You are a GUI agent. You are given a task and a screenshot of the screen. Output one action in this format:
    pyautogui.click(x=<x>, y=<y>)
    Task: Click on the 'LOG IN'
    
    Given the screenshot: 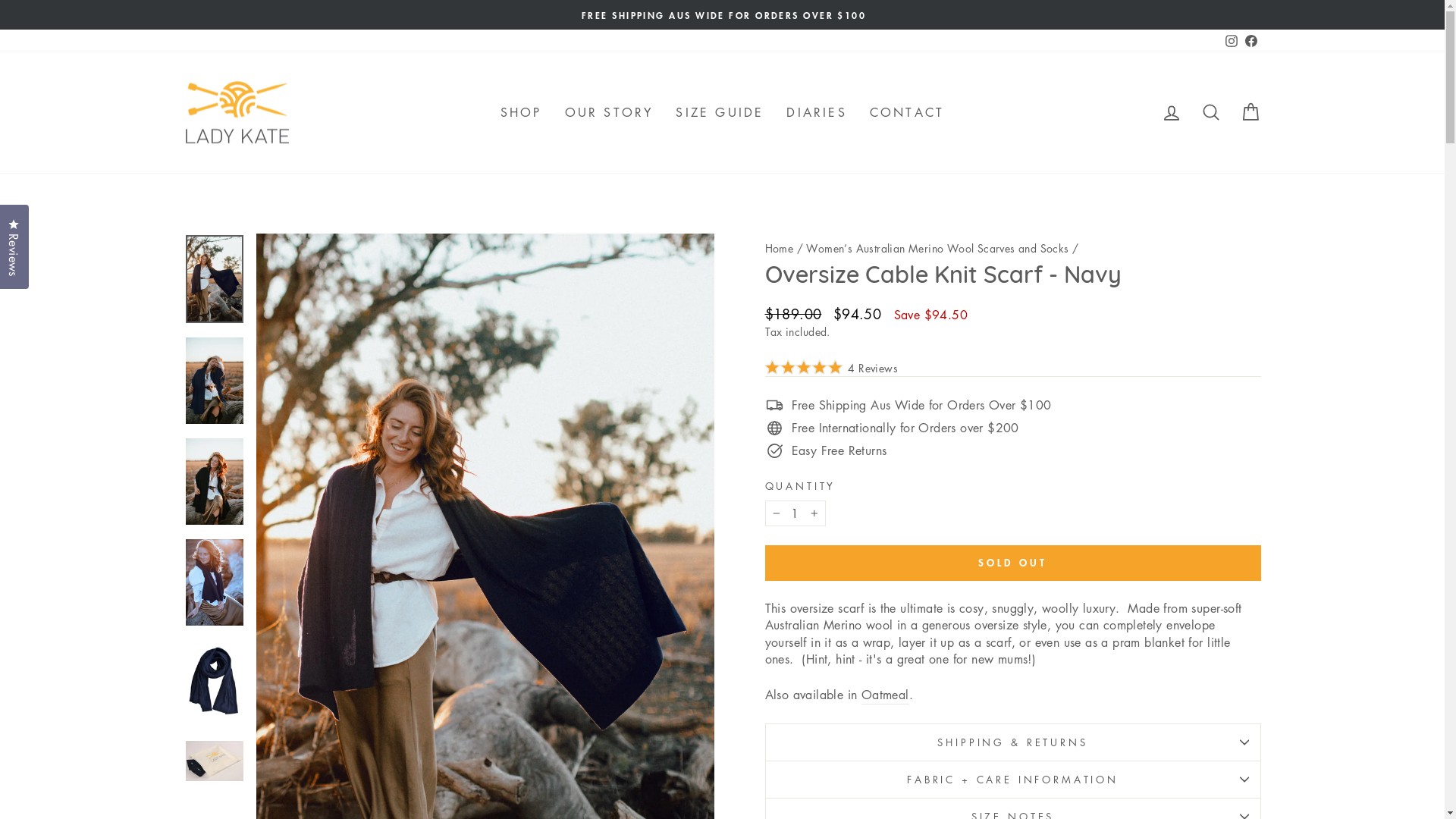 What is the action you would take?
    pyautogui.click(x=1170, y=111)
    